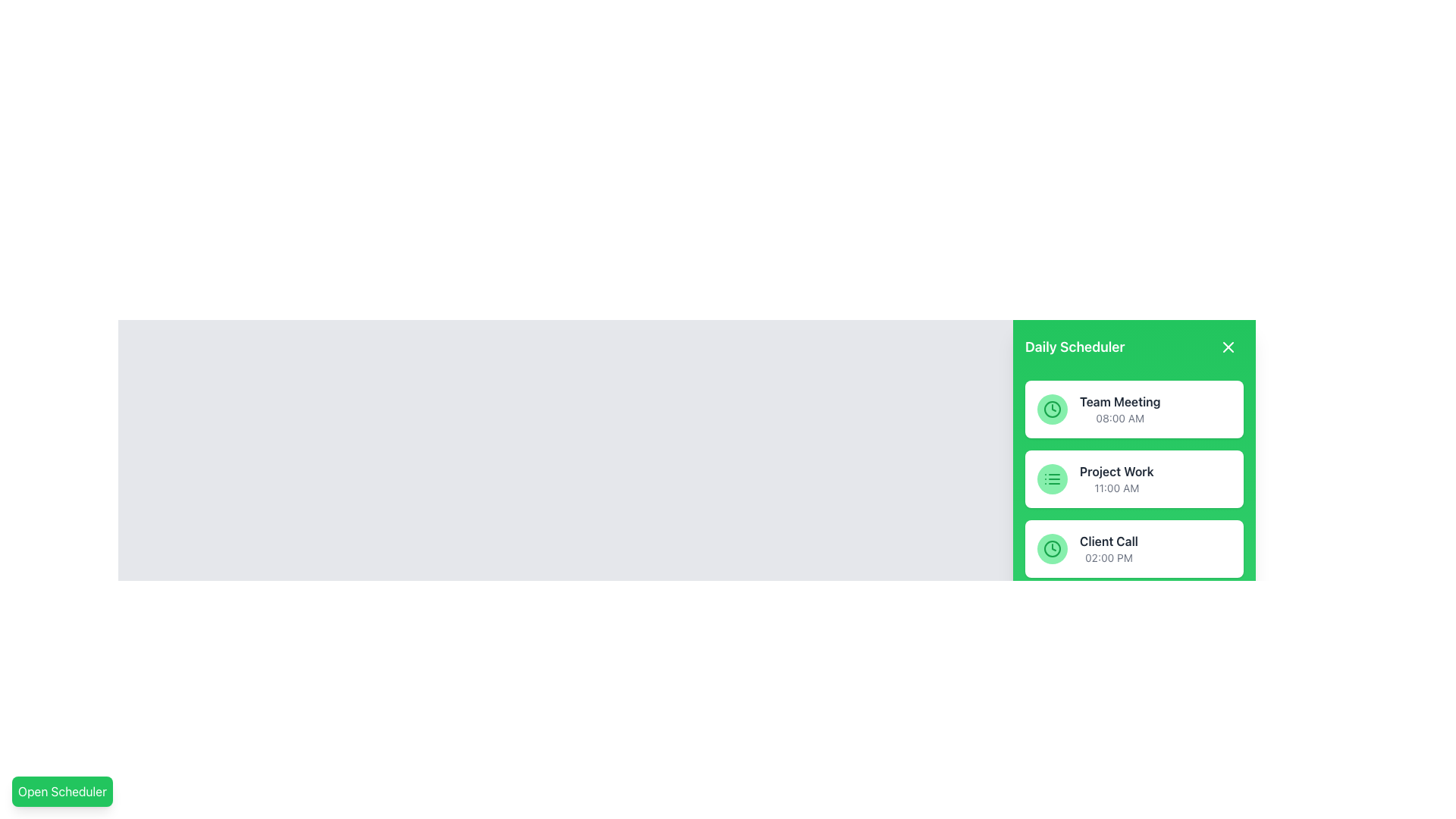 This screenshot has height=819, width=1456. Describe the element at coordinates (1120, 409) in the screenshot. I see `information displayed for the scheduled event titled 'Team Meeting' at '08:00 AM', which is the first item in the vertical list of scheduling items` at that location.